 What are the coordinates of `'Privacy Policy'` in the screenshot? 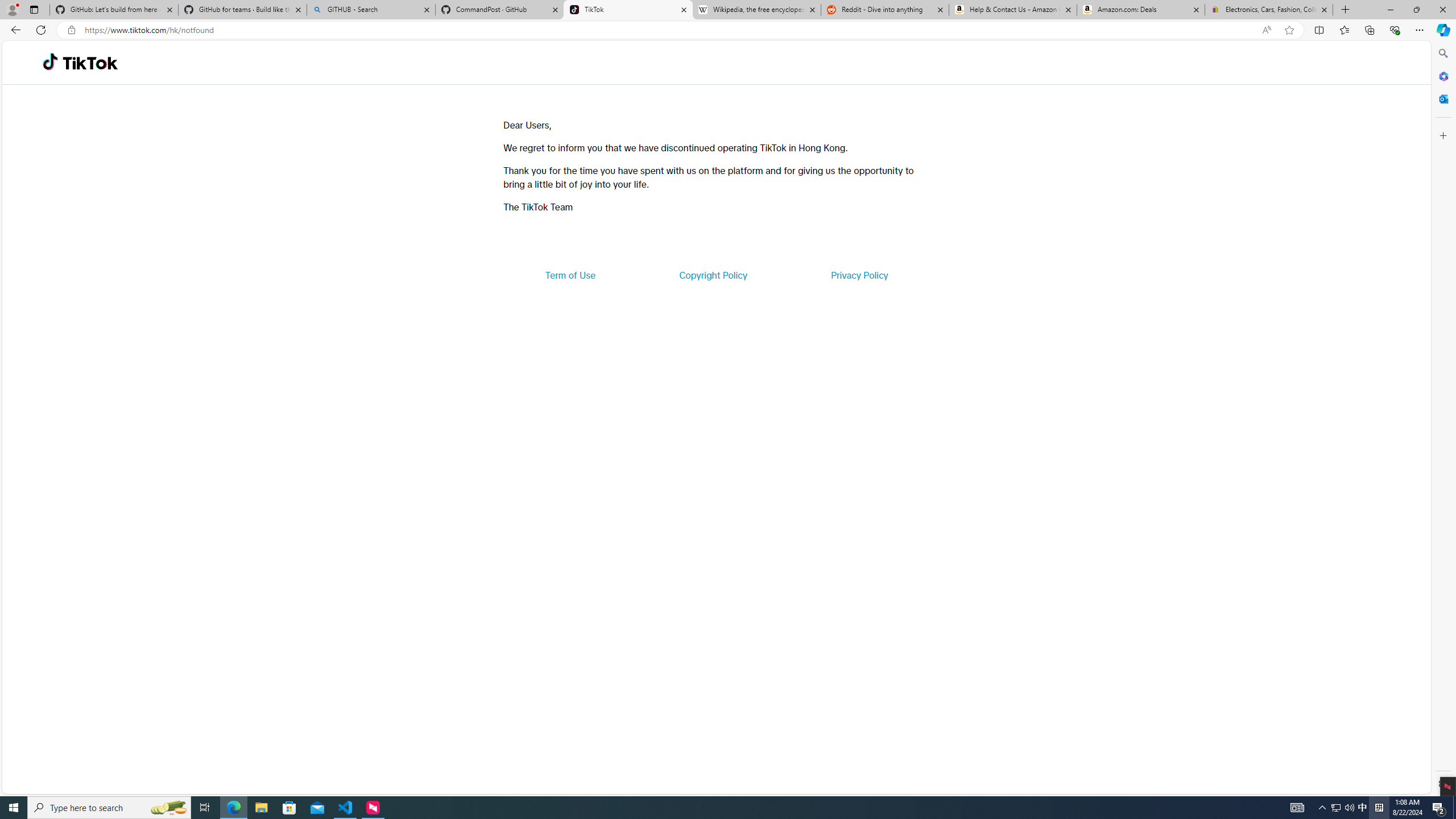 It's located at (858, 274).